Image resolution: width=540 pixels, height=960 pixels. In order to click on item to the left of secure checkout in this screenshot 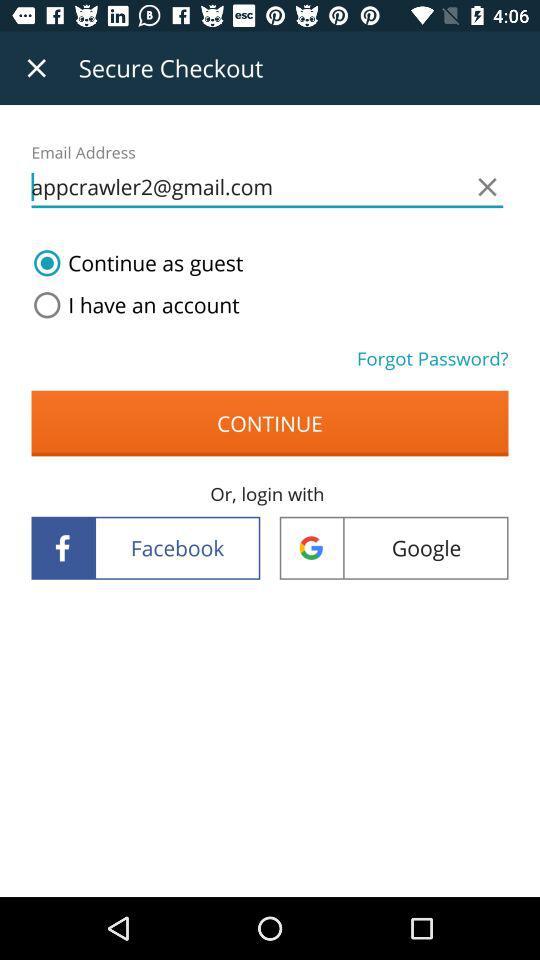, I will do `click(36, 68)`.